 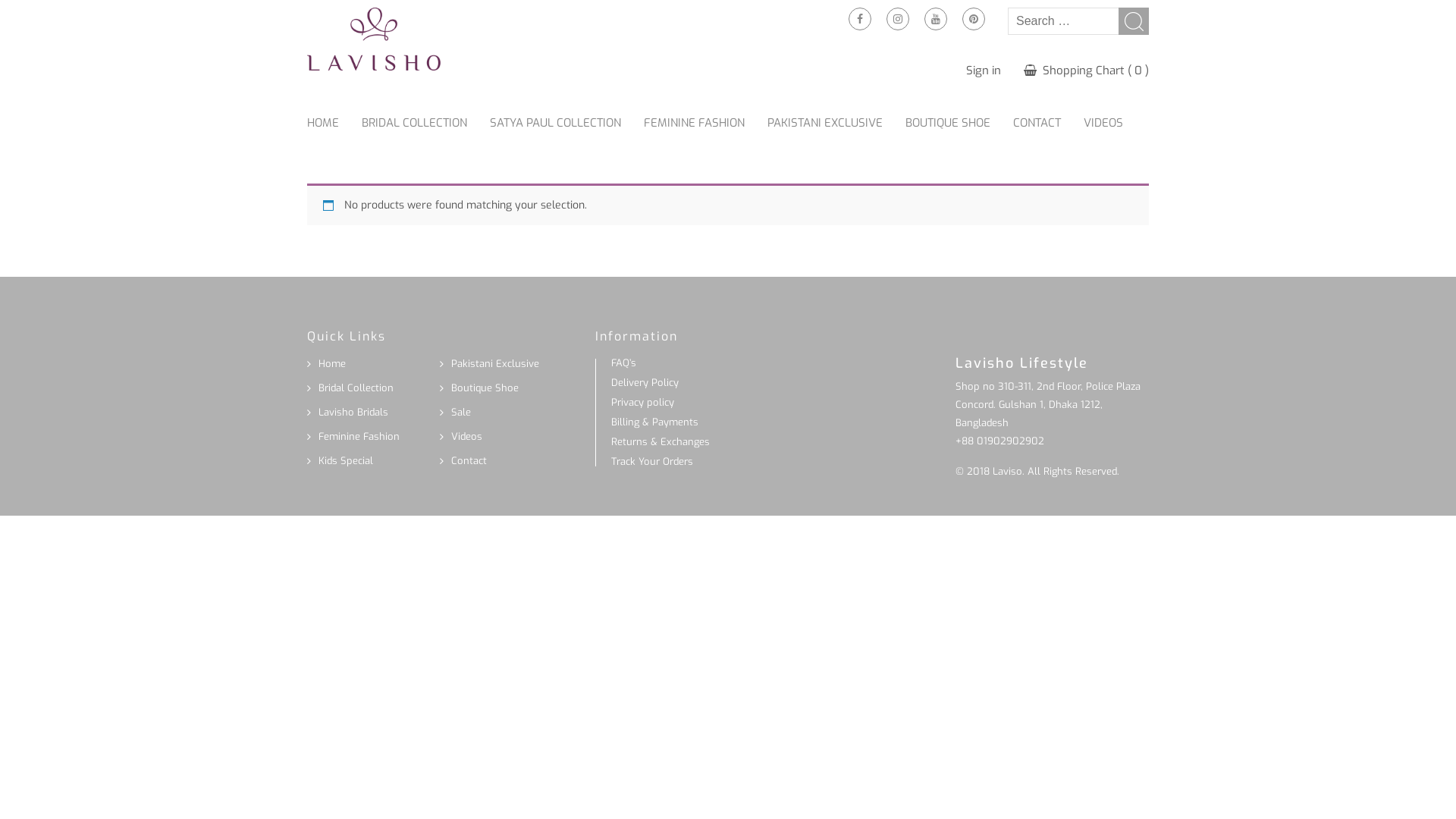 I want to click on 'HOME', so click(x=334, y=122).